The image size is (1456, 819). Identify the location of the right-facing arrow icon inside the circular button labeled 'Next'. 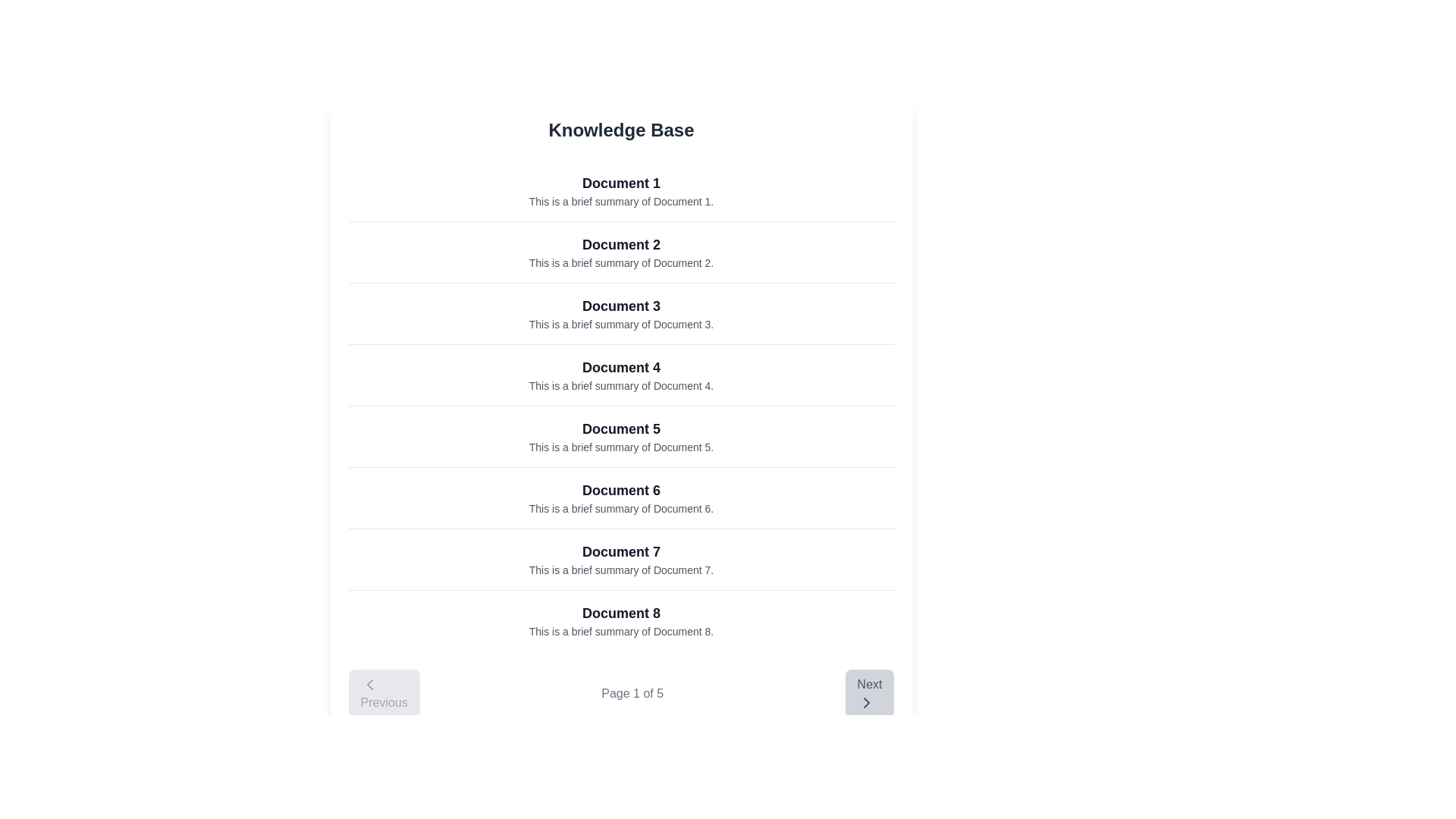
(866, 702).